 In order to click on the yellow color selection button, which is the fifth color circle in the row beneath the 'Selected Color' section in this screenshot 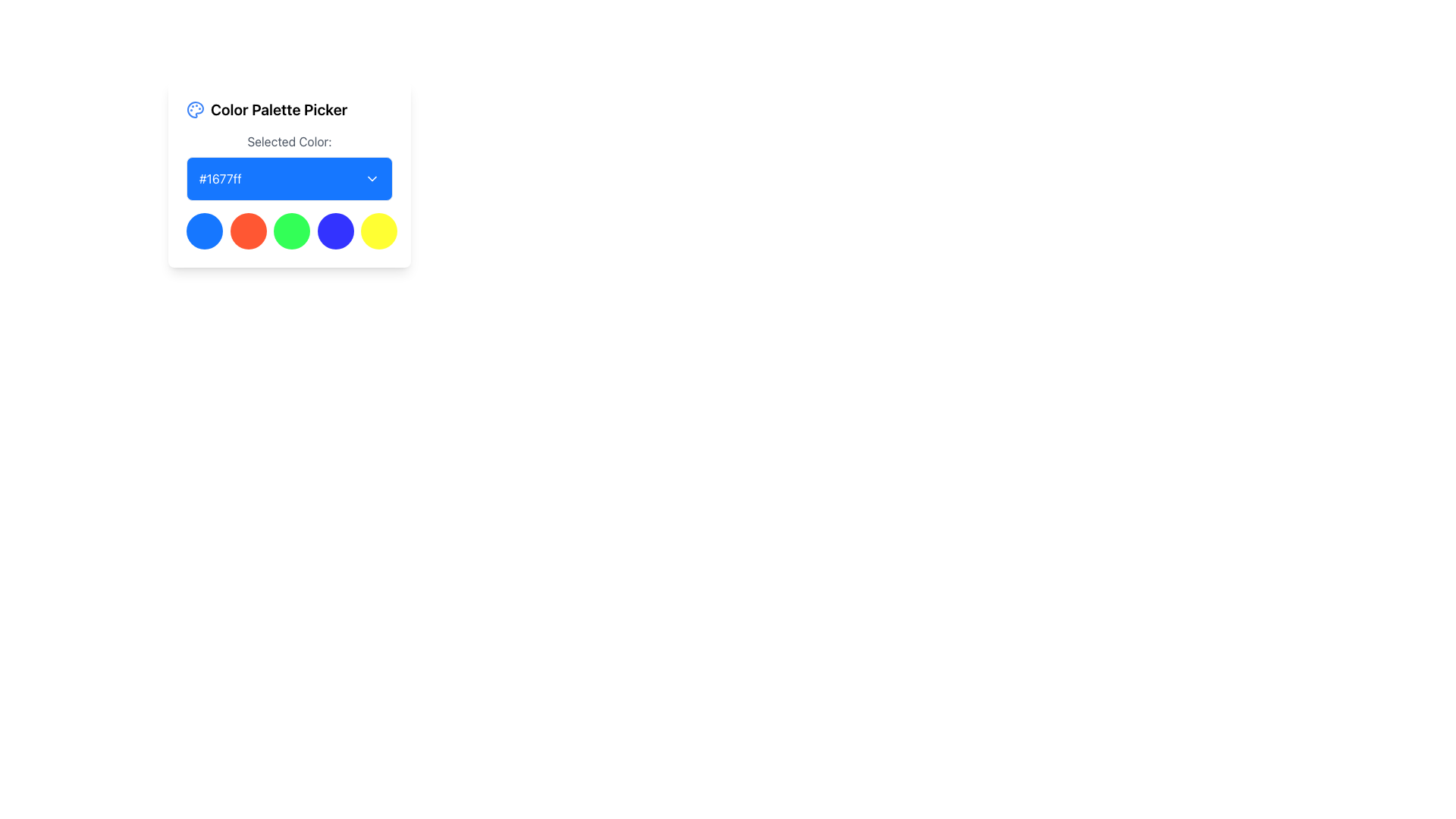, I will do `click(379, 231)`.